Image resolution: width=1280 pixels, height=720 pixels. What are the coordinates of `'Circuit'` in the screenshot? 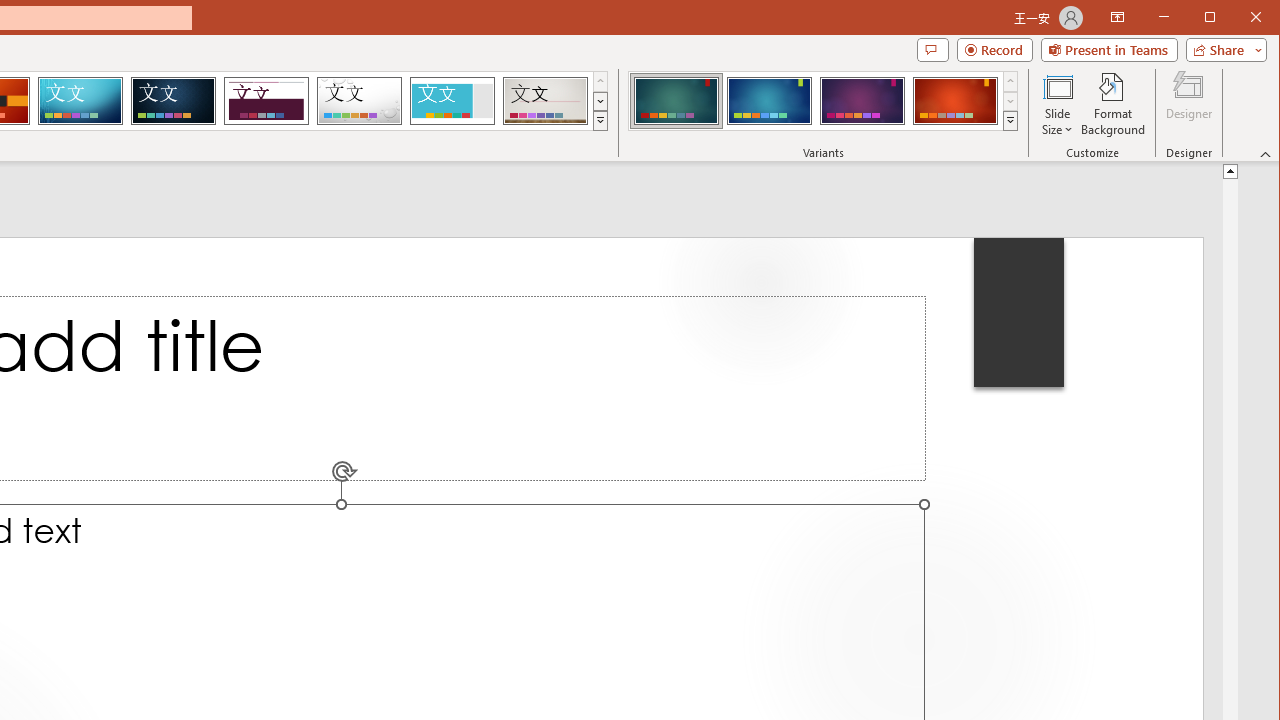 It's located at (80, 100).